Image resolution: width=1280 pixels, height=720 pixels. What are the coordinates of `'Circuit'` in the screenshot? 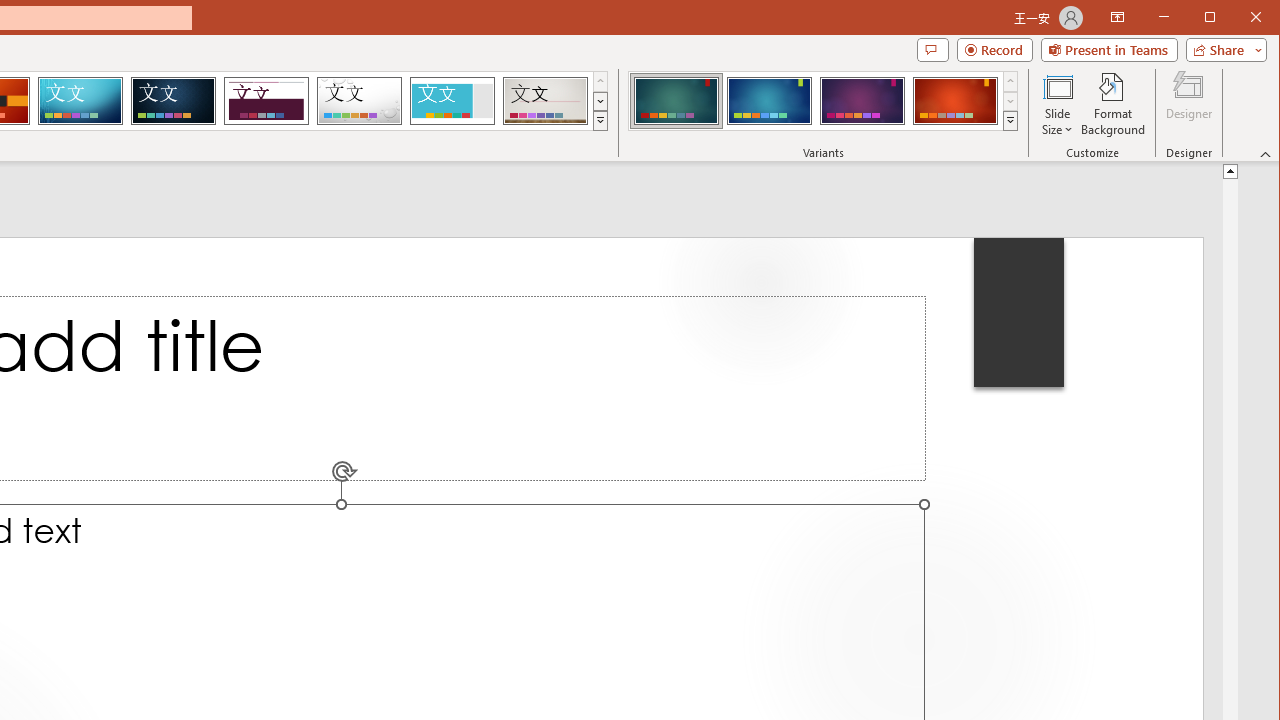 It's located at (80, 100).